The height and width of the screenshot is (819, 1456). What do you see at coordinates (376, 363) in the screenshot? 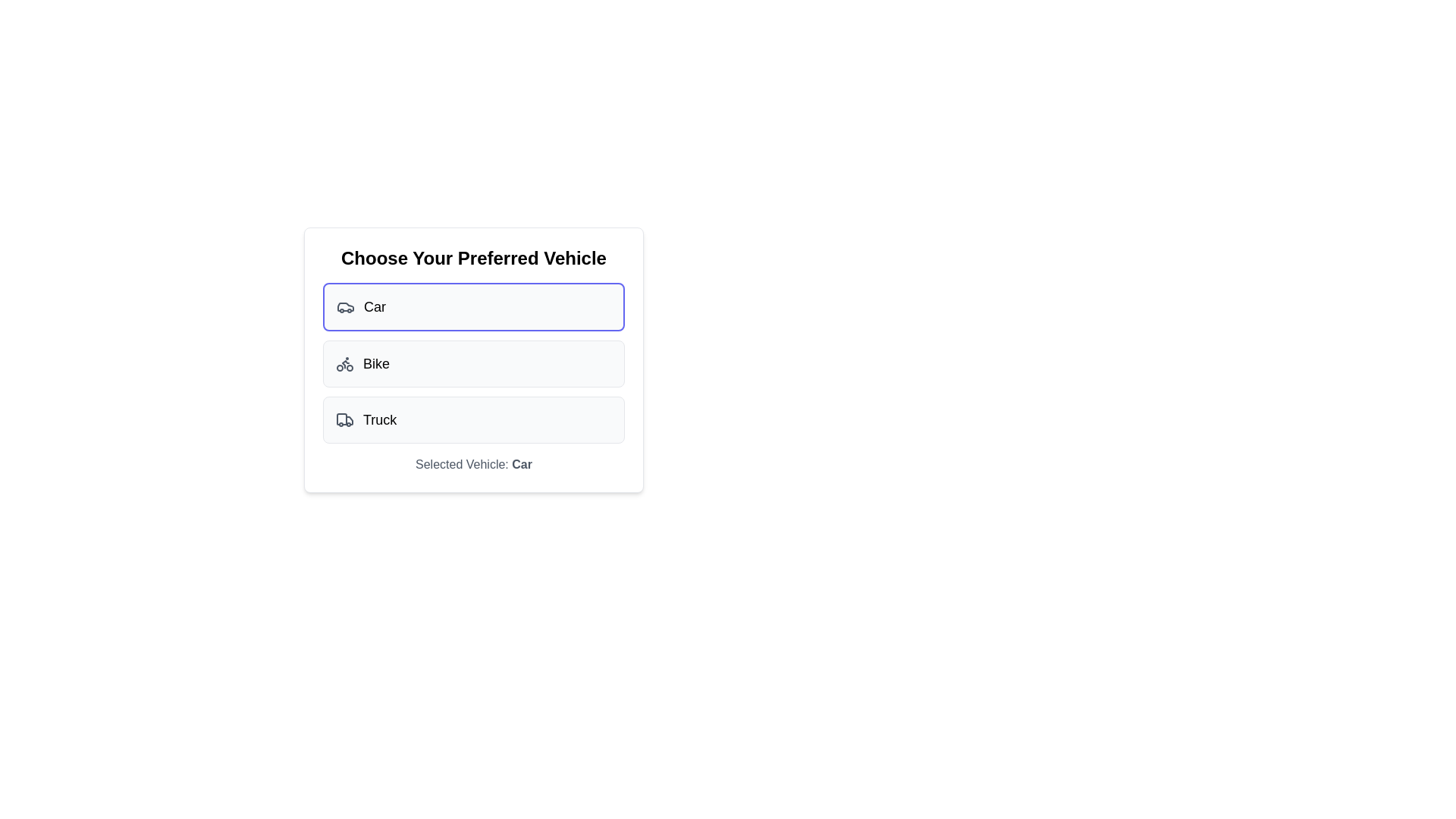
I see `the 'Bike' text label in the selection menu, which is located between the 'Car' and 'Truck' options` at bounding box center [376, 363].